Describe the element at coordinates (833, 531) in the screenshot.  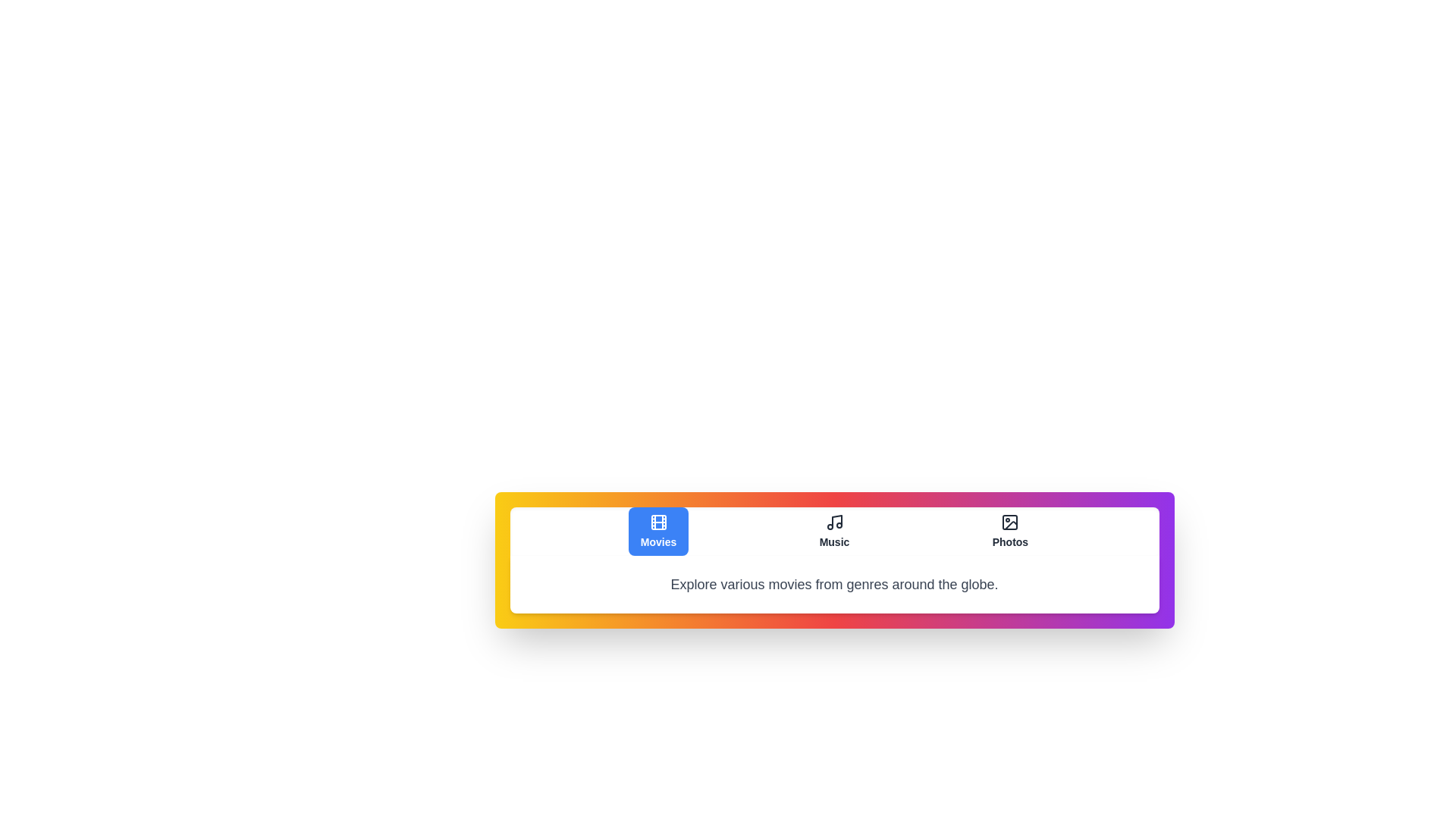
I see `the tab labeled Music to observe its hover state` at that location.